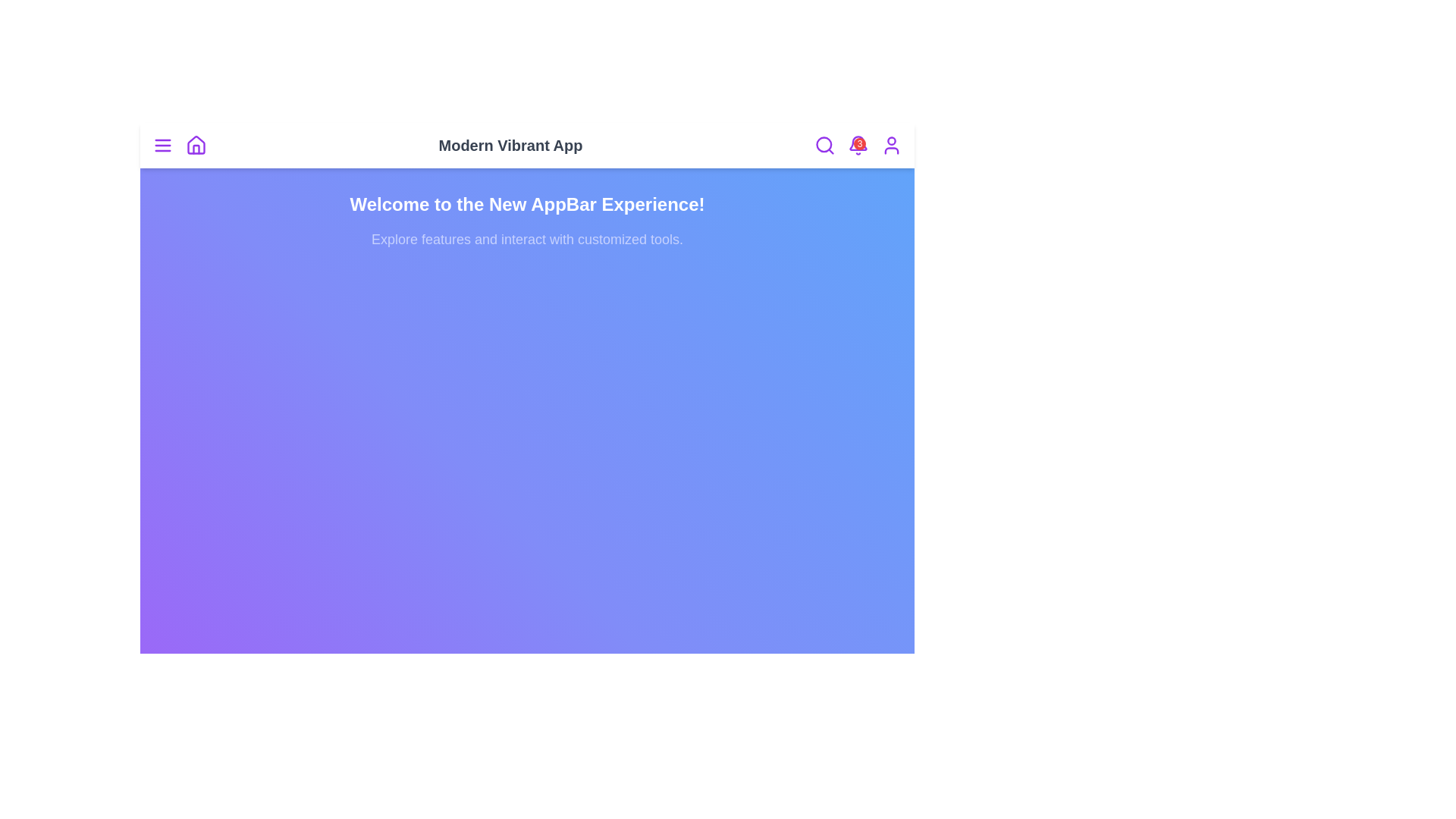  What do you see at coordinates (892, 146) in the screenshot?
I see `the user icon to access the user profile` at bounding box center [892, 146].